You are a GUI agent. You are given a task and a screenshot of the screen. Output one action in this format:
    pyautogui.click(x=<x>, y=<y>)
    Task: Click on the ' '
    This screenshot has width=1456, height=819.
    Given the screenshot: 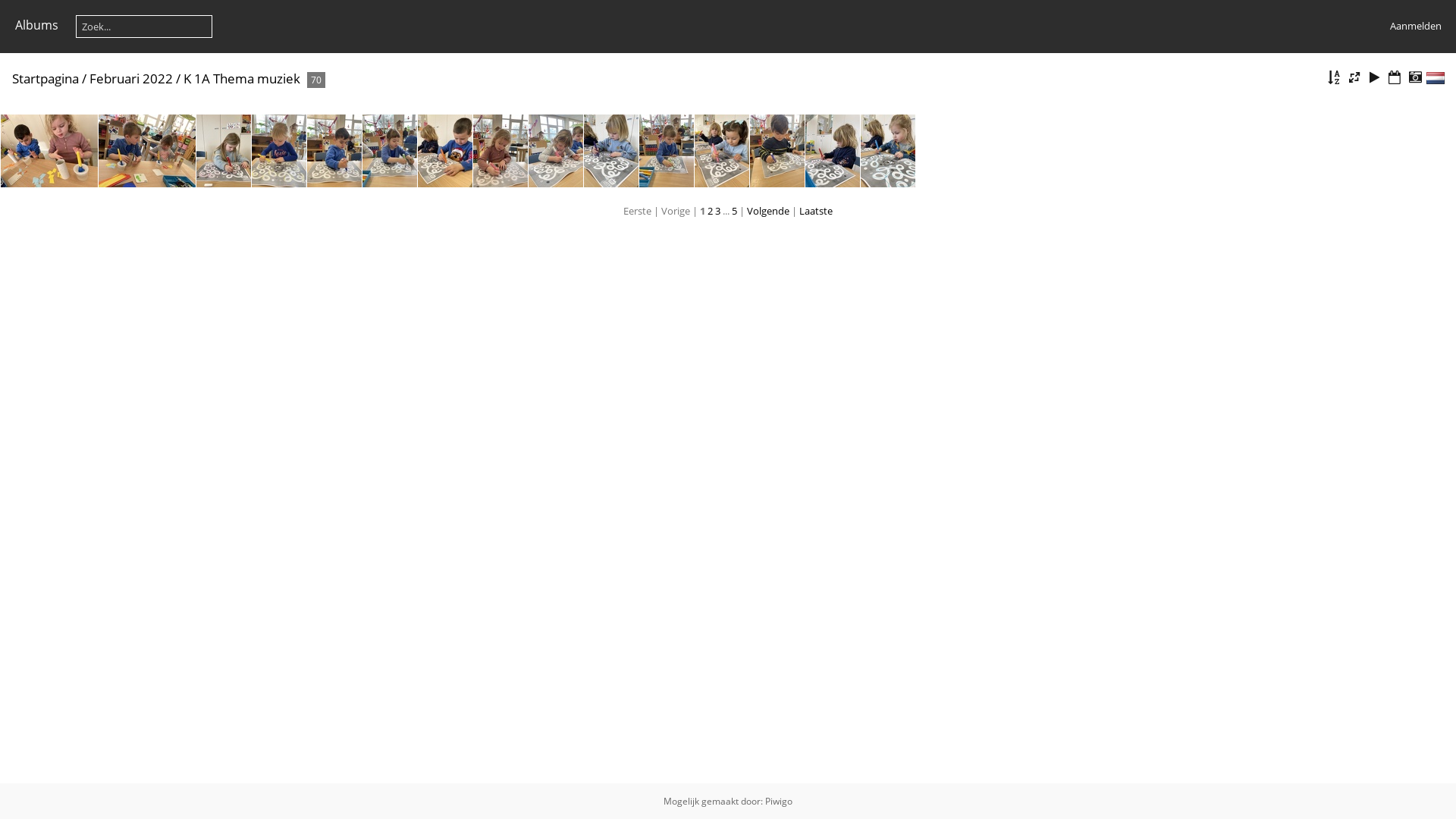 What is the action you would take?
    pyautogui.click(x=1436, y=78)
    